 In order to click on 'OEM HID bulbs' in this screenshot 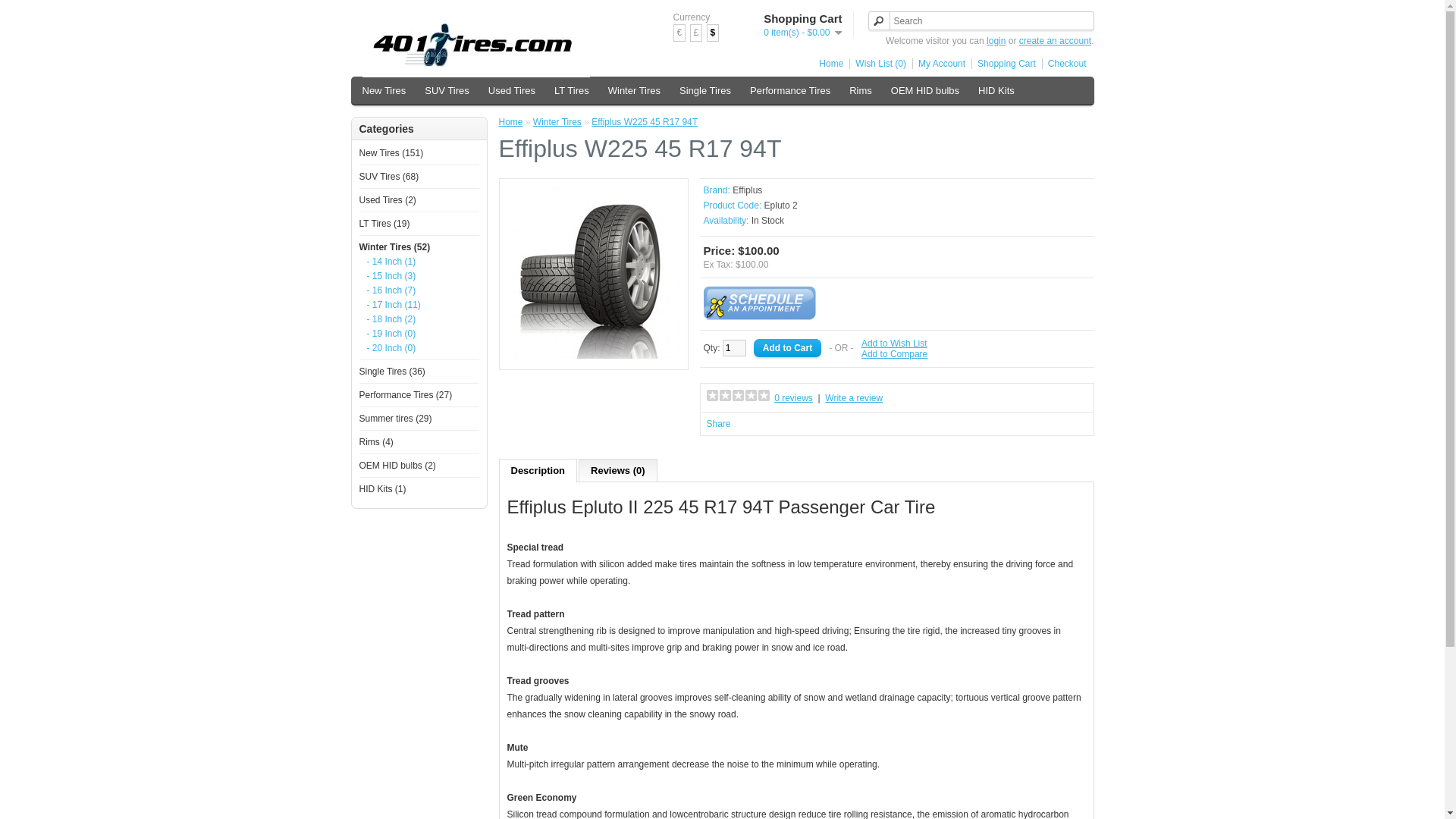, I will do `click(924, 90)`.